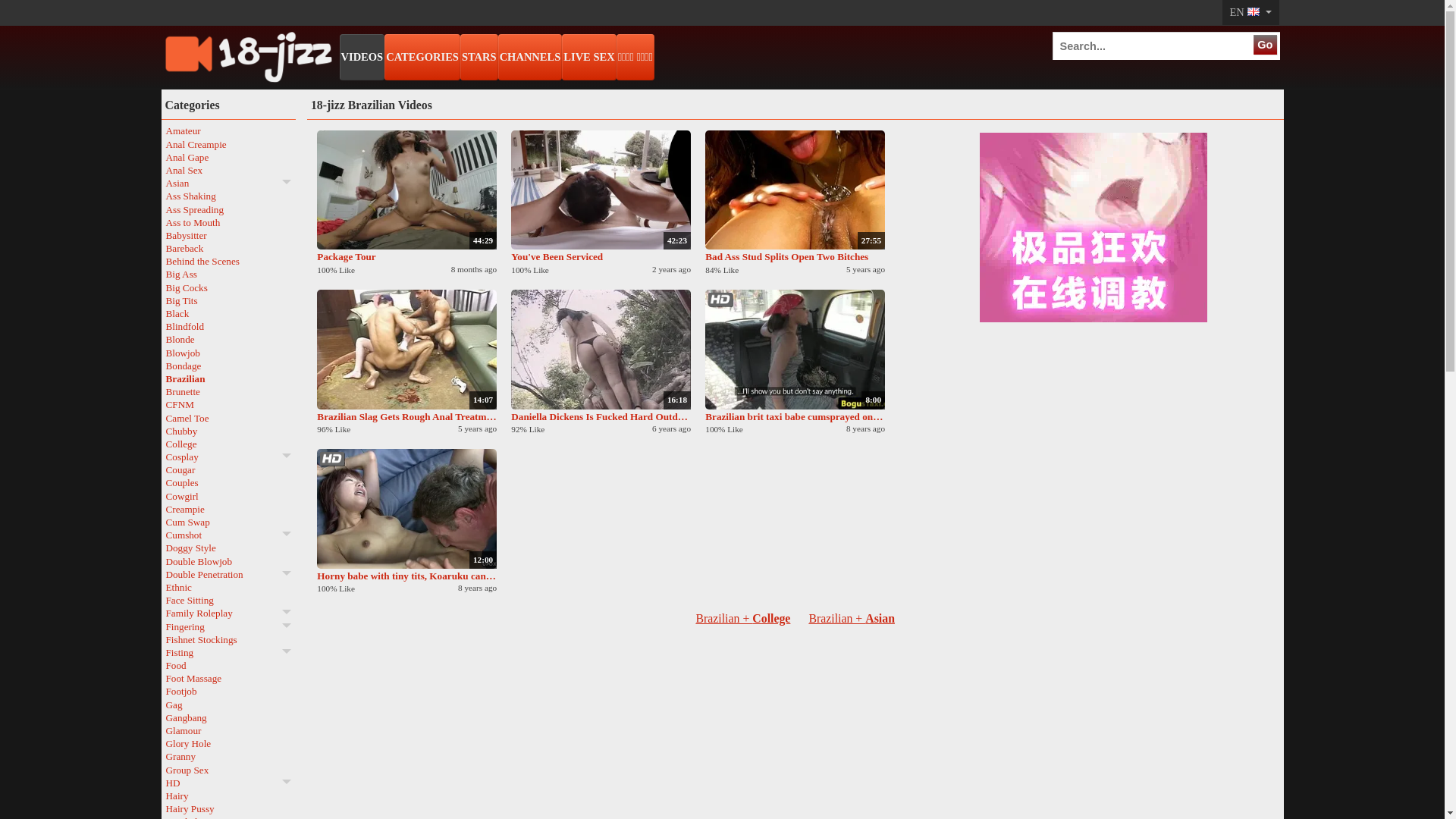 This screenshot has width=1456, height=819. I want to click on 'Cosplay', so click(227, 456).